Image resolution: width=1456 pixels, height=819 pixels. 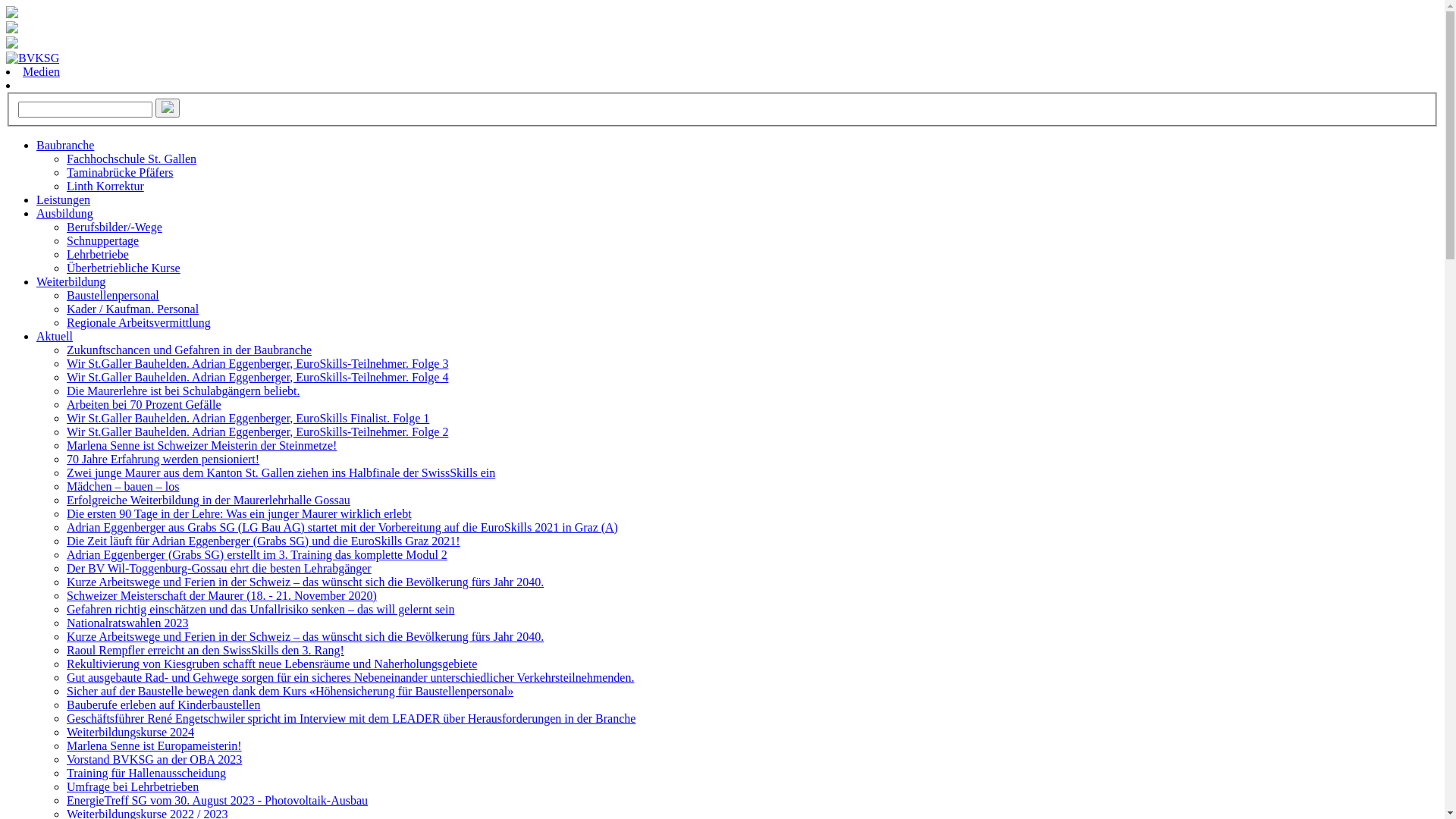 I want to click on 'Baustellenpersonal', so click(x=111, y=295).